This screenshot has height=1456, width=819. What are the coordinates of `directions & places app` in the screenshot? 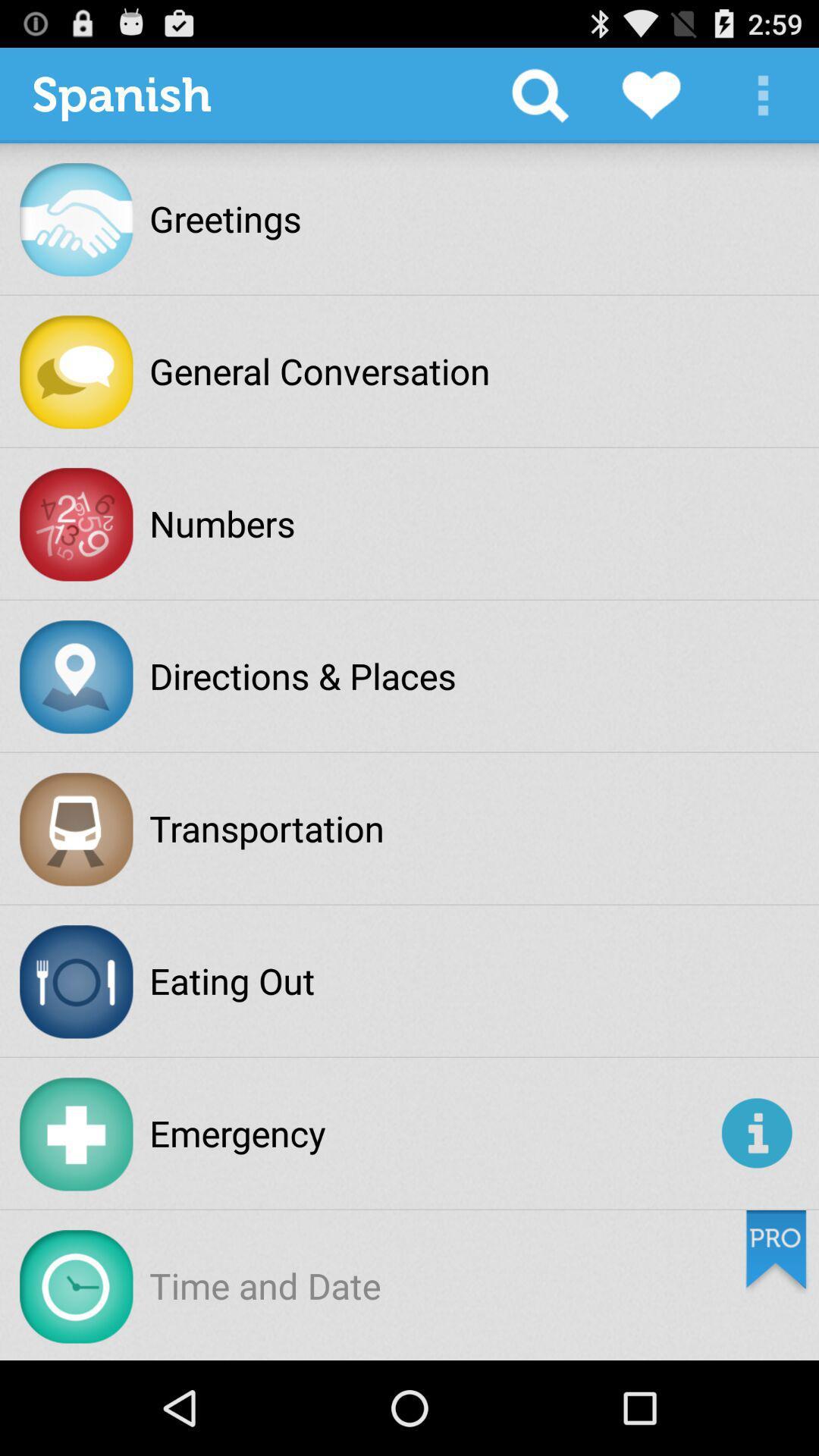 It's located at (303, 675).